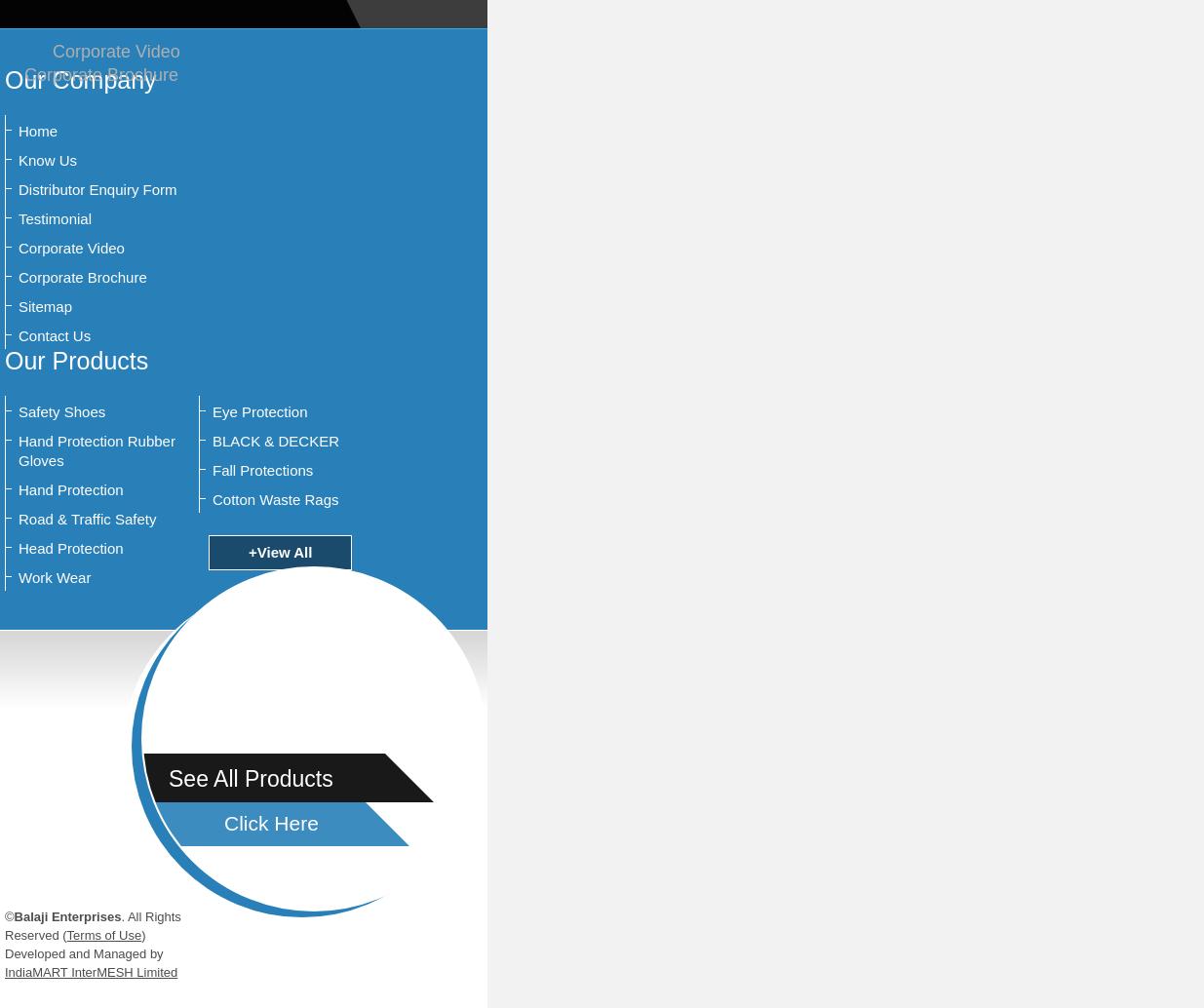 This screenshot has height=1008, width=1204. I want to click on 'Developed and Managed by', so click(82, 952).